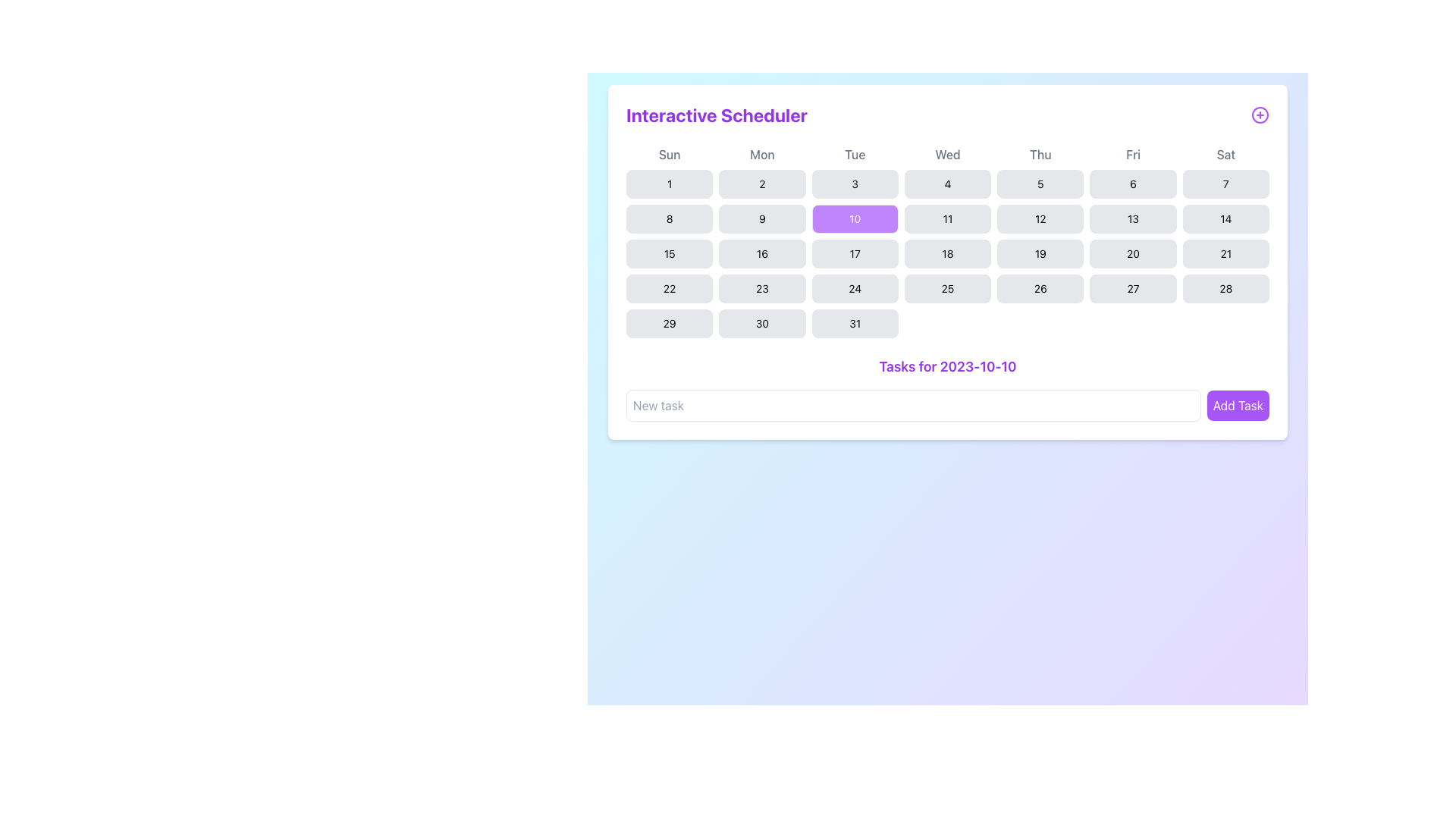 This screenshot has width=1456, height=819. Describe the element at coordinates (1040, 219) in the screenshot. I see `the rectangular button labeled '12' located under 'Thu' in the calendar grid` at that location.